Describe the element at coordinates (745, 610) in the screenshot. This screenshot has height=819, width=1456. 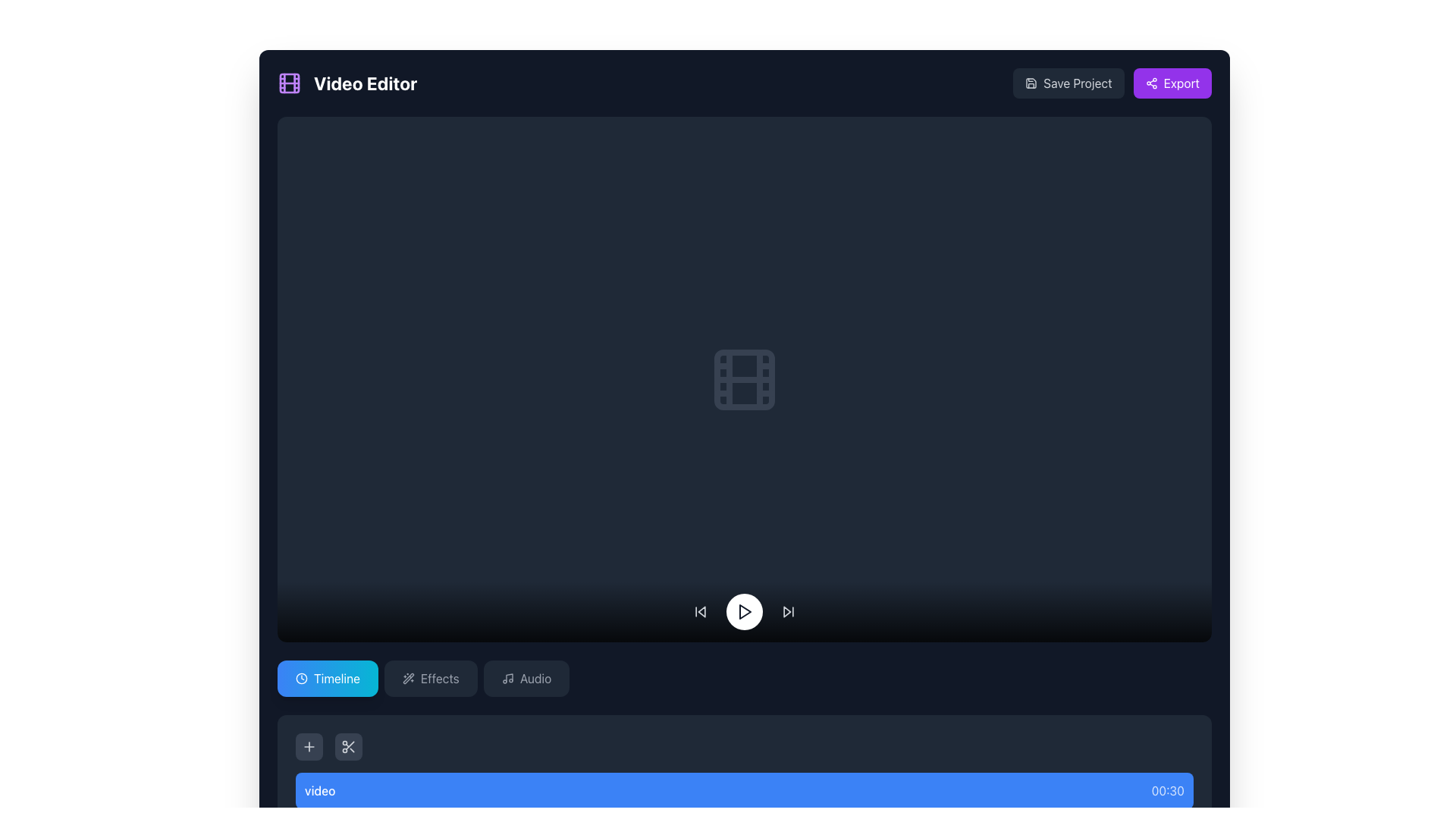
I see `the play control button located at the lower part of the interface to change its style` at that location.